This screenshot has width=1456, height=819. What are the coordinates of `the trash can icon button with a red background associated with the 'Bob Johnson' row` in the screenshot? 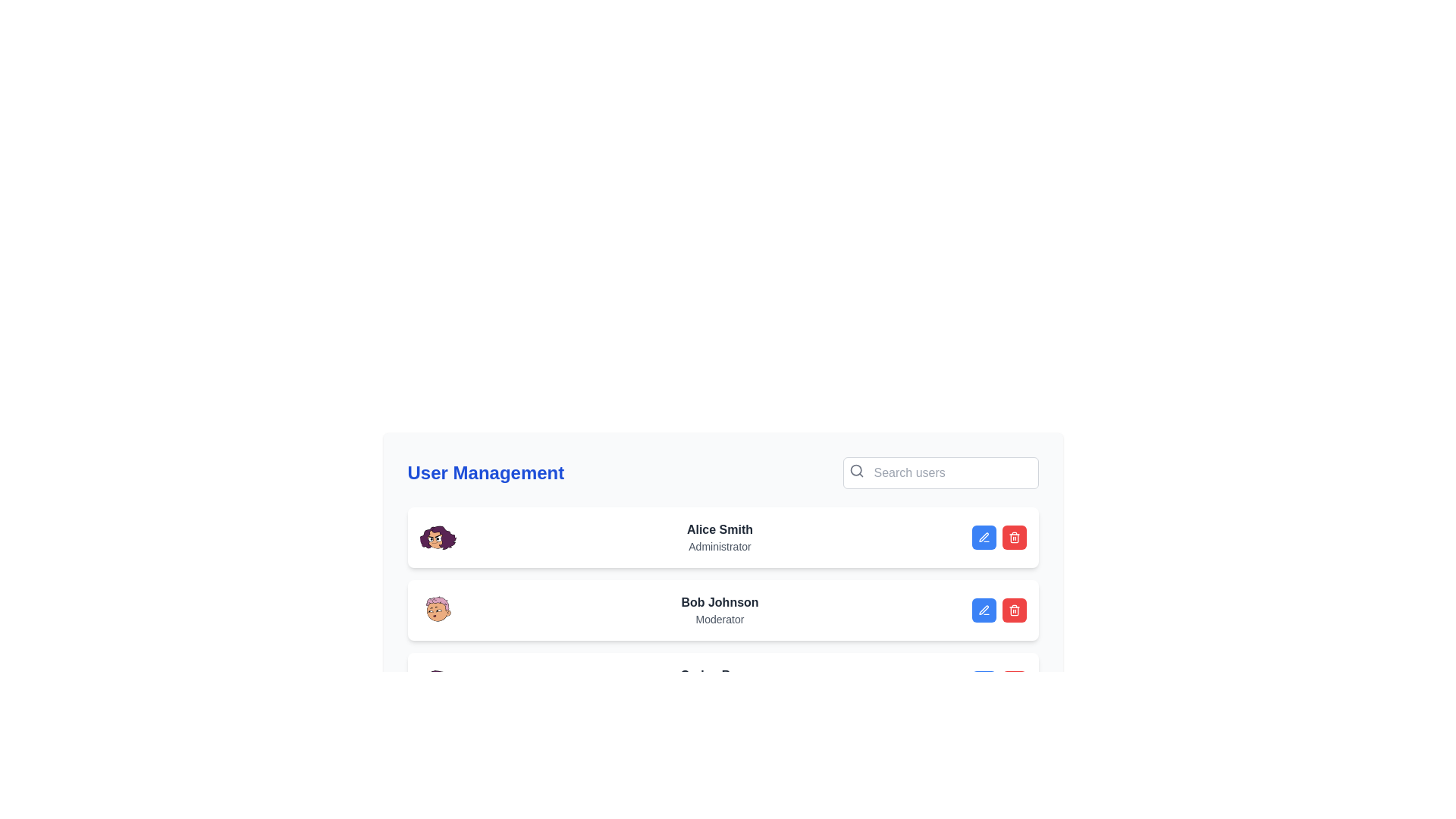 It's located at (1014, 537).